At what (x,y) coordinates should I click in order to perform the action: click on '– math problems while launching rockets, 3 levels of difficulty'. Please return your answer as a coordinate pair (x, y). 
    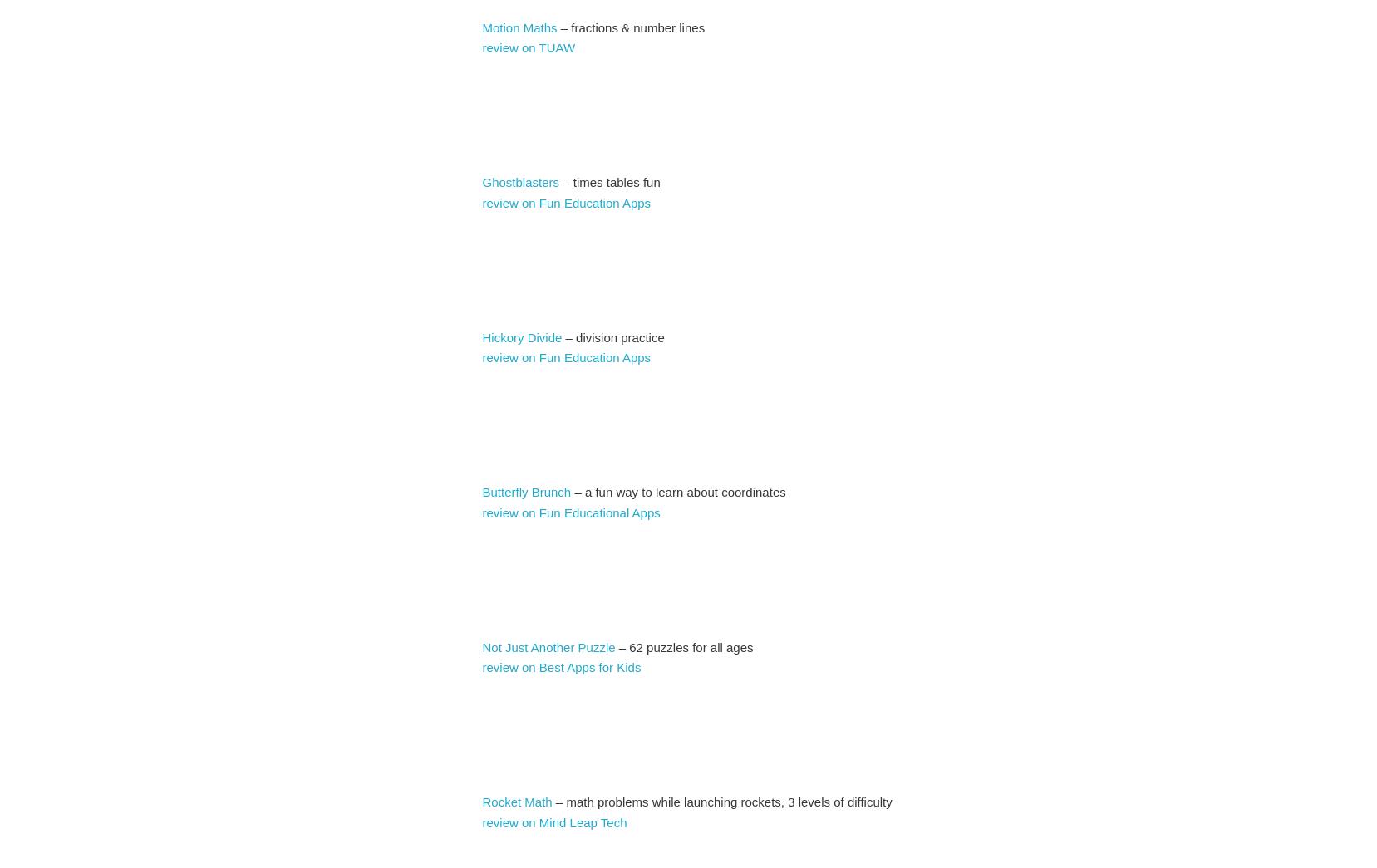
    Looking at the image, I should click on (721, 801).